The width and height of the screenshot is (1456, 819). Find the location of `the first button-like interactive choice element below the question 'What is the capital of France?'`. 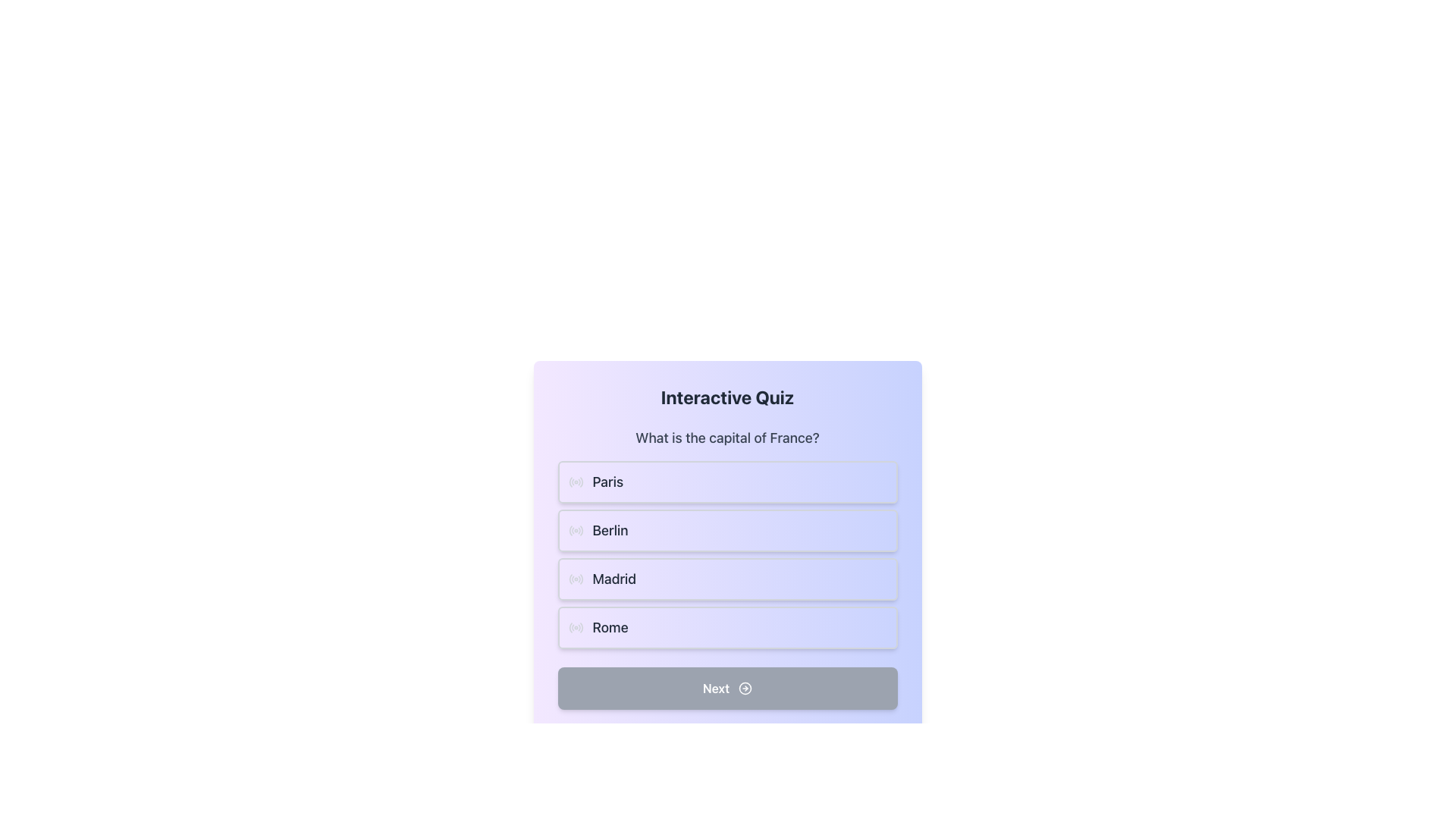

the first button-like interactive choice element below the question 'What is the capital of France?' is located at coordinates (726, 482).